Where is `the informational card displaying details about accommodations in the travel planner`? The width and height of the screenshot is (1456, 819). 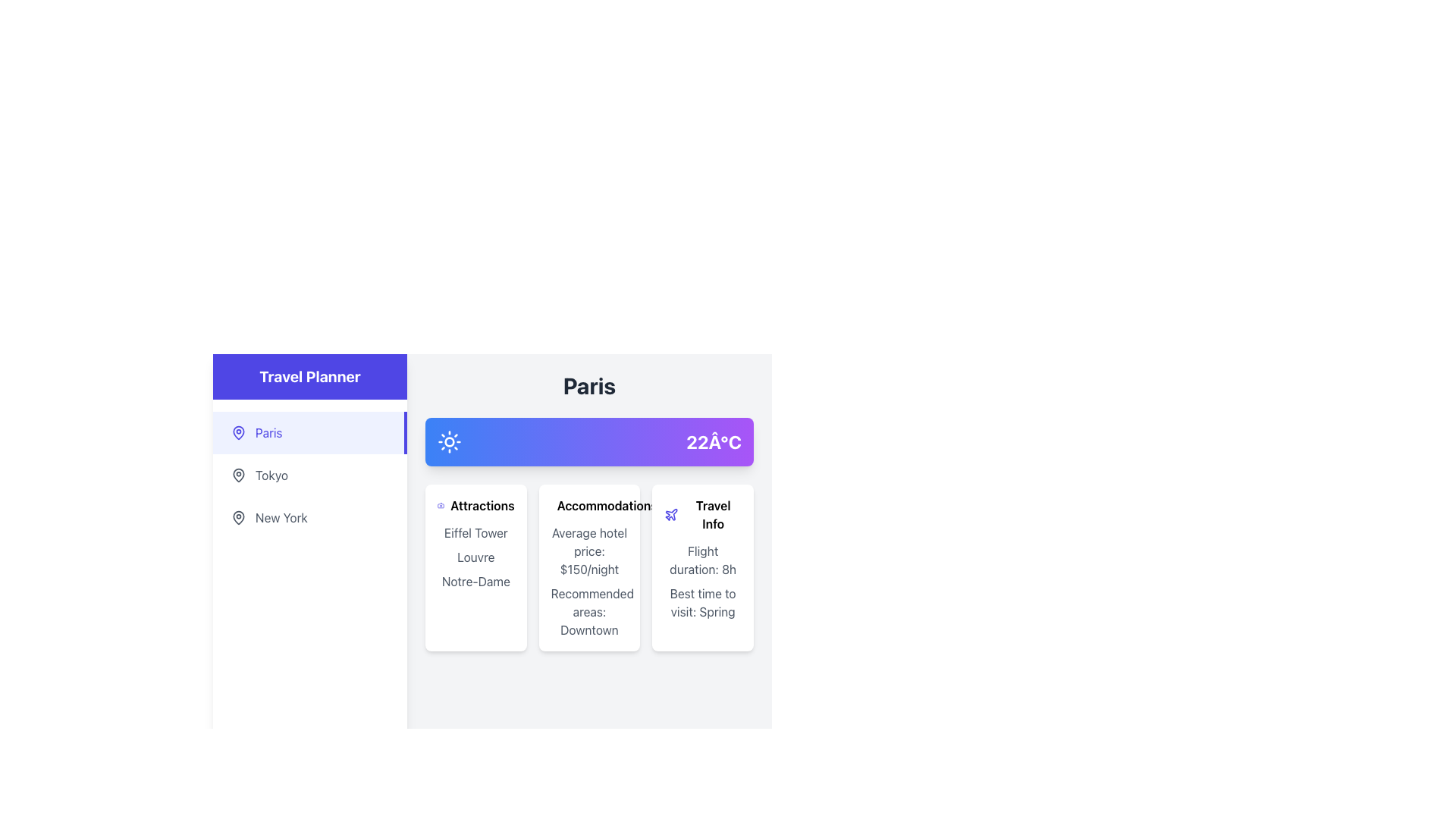
the informational card displaying details about accommodations in the travel planner is located at coordinates (588, 567).